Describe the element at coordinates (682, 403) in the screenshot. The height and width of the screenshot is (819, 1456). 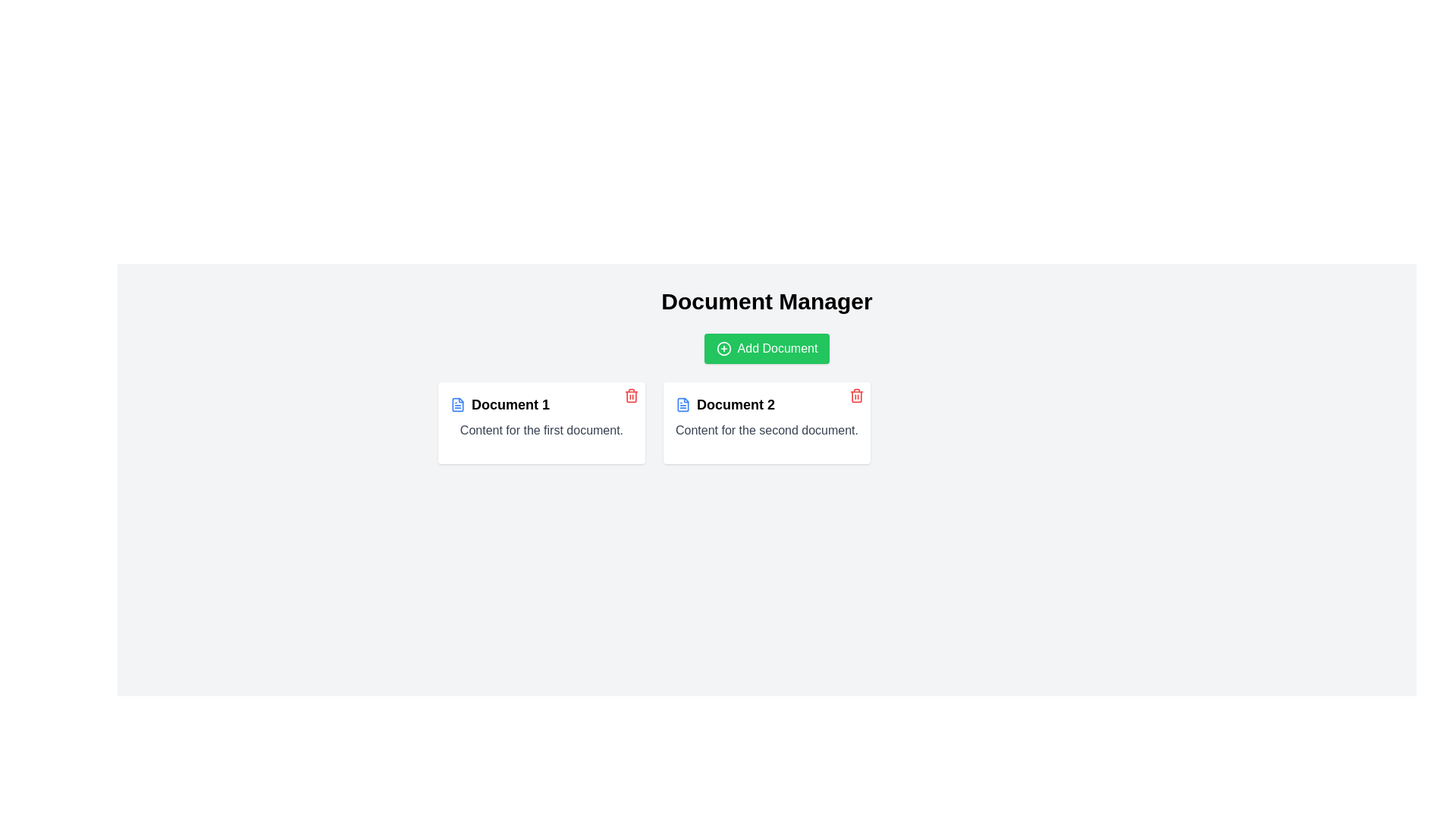
I see `the small blue file icon located inside the 'Document 2' item, specifically at its leftmost side, adjacent to the text 'Document 2'` at that location.